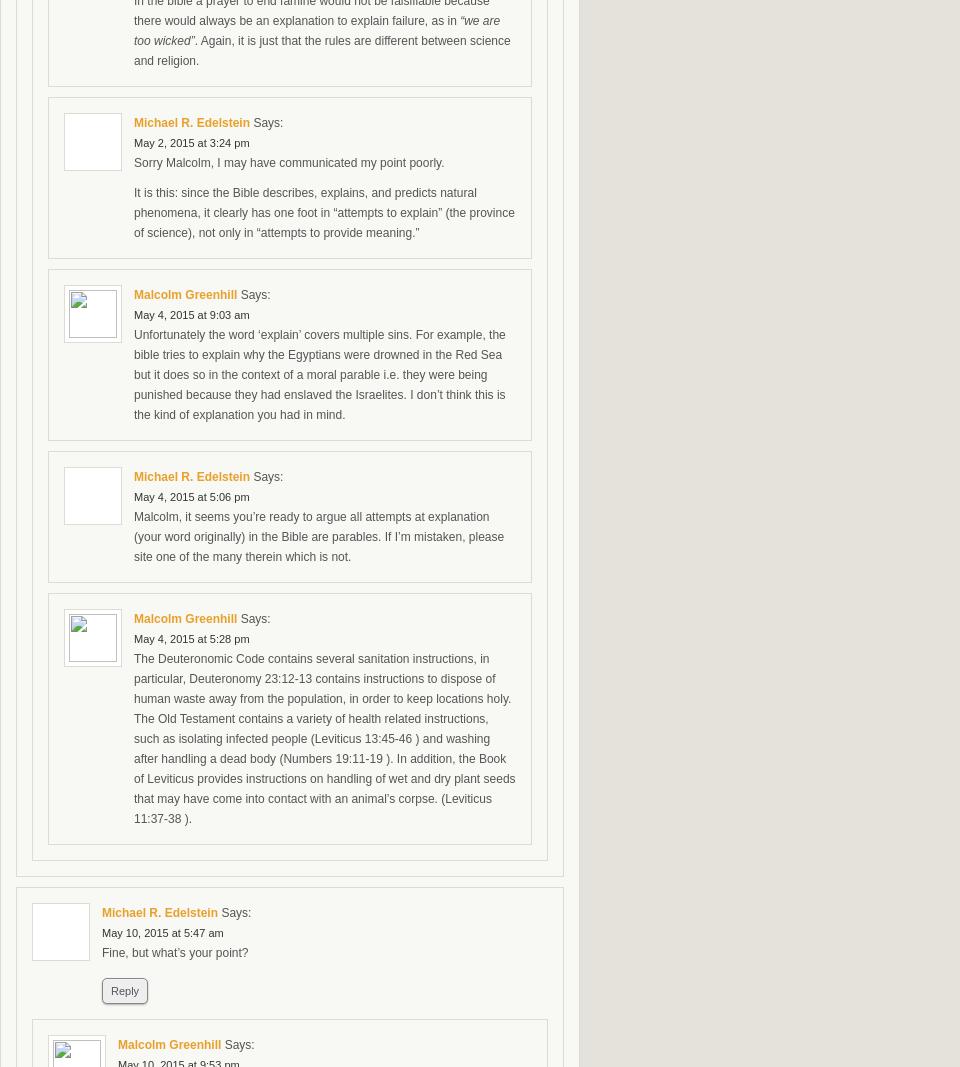 The height and width of the screenshot is (1067, 960). I want to click on 'The Old Testament contains a variety of health related instructions, such as isolating infected people (Leviticus 13:45-46 ) and washing after handling a dead body (Numbers 19:11-19 ). In addition, the Book of Leviticus provides instructions on handling of wet and dry plant seeds that may have come into contact with an animal’s corpse. (Leviticus 11:37-38 ).', so click(324, 767).